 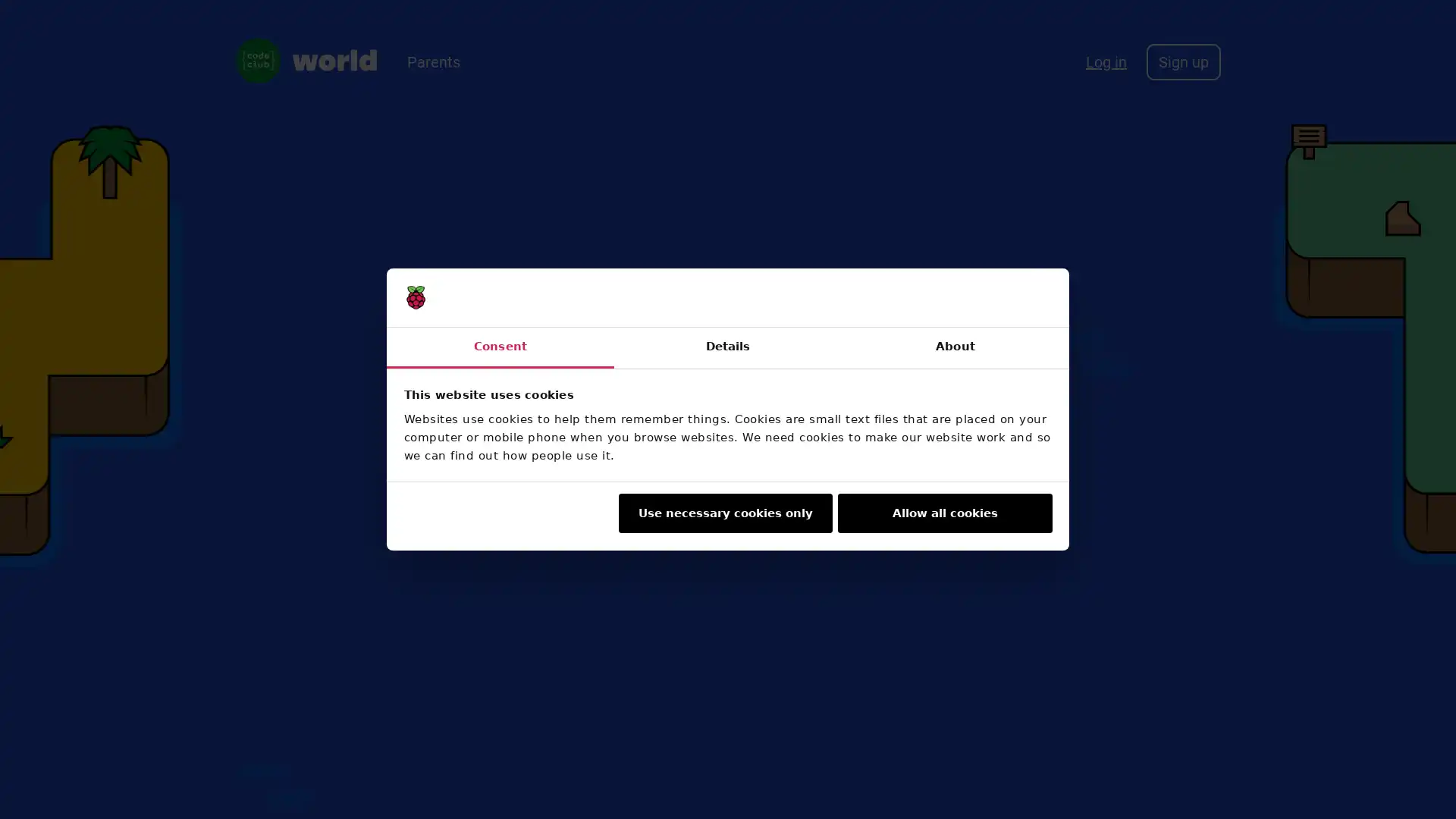 I want to click on Use necessary cookies only, so click(x=723, y=513).